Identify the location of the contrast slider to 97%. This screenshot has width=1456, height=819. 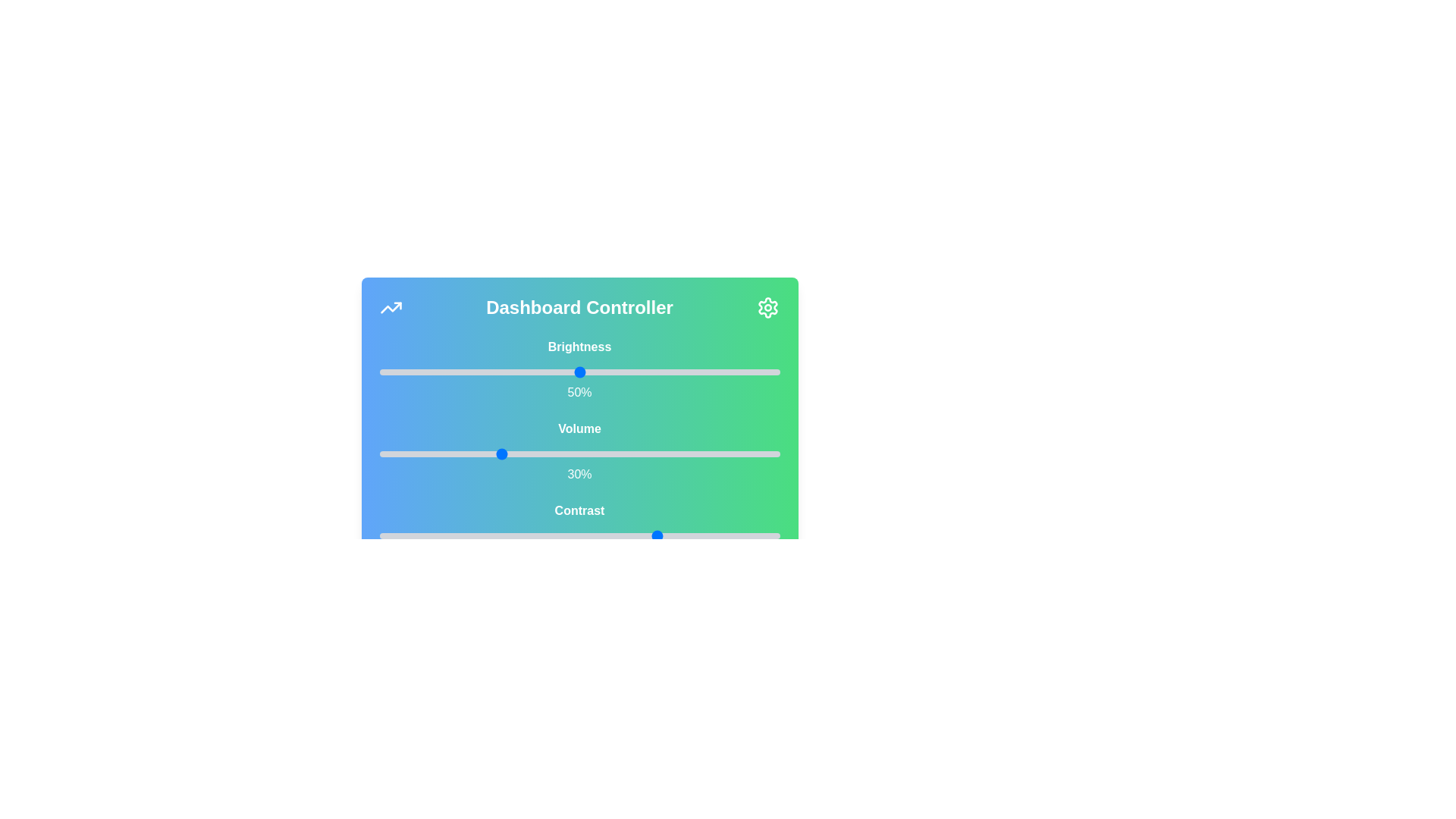
(767, 535).